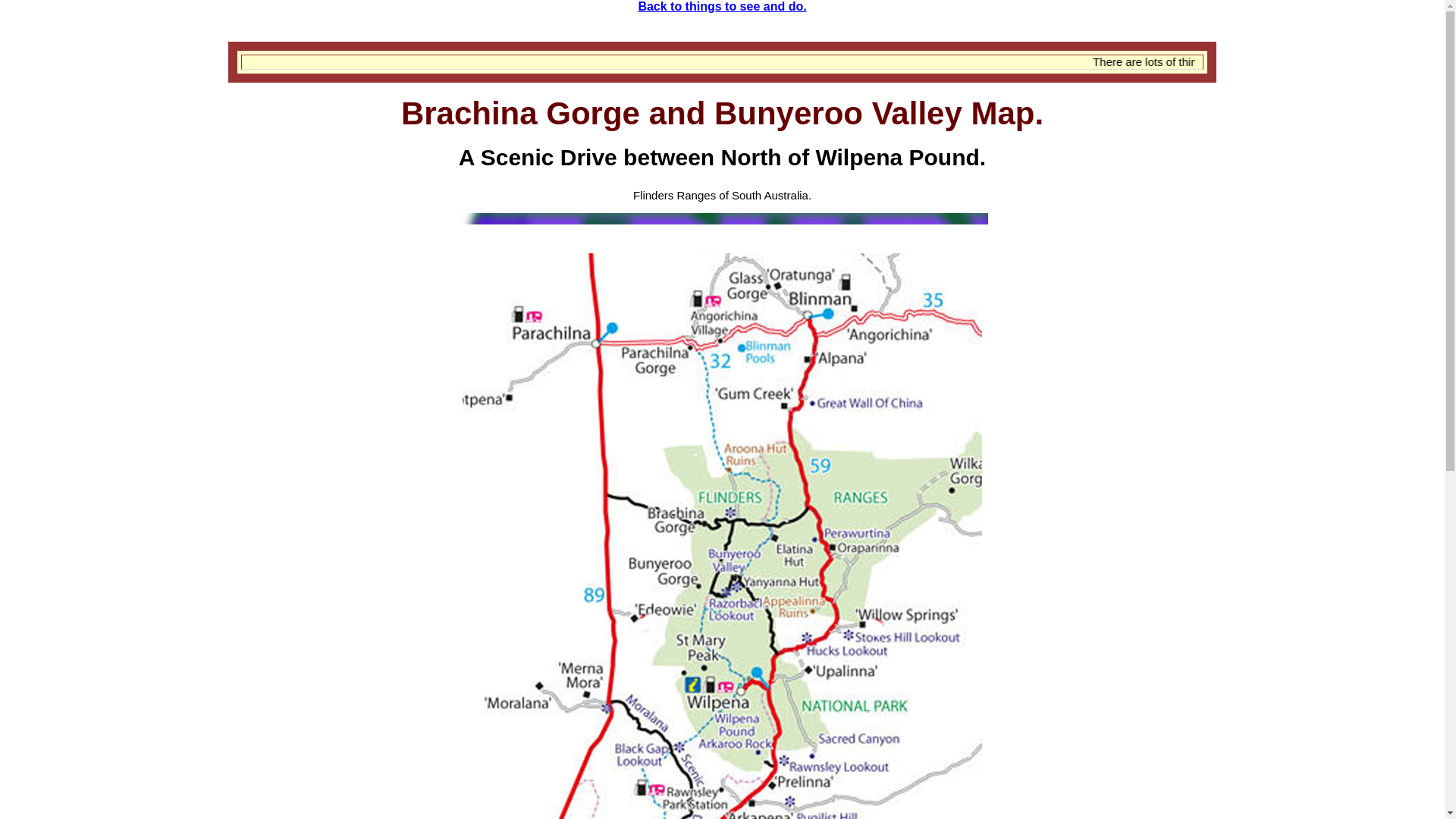 The height and width of the screenshot is (819, 1456). Describe the element at coordinates (637, 6) in the screenshot. I see `'Back to things to see and do.'` at that location.